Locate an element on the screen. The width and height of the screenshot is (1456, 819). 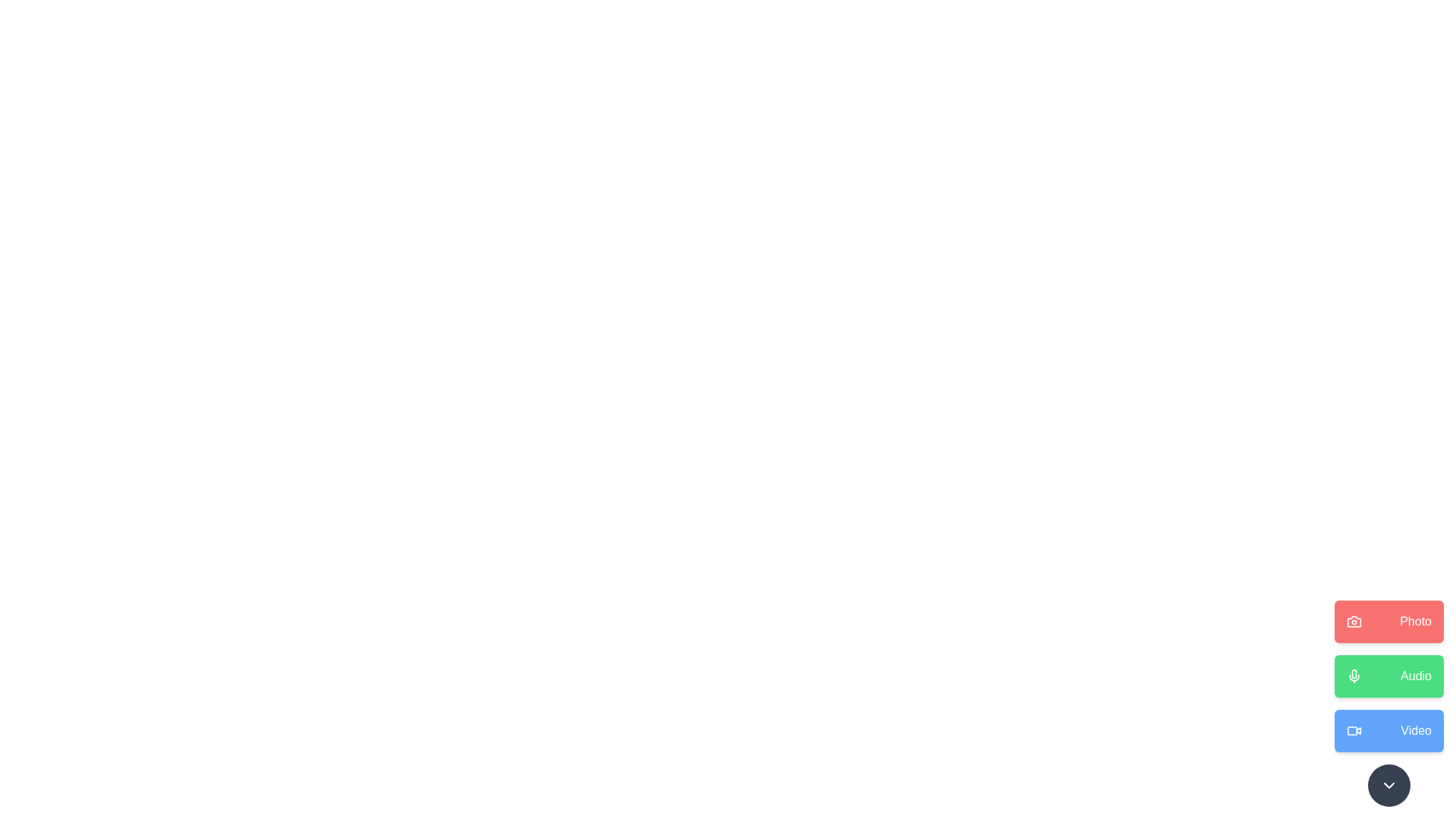
the 'Photo' button to trigger the photo action is located at coordinates (1389, 622).